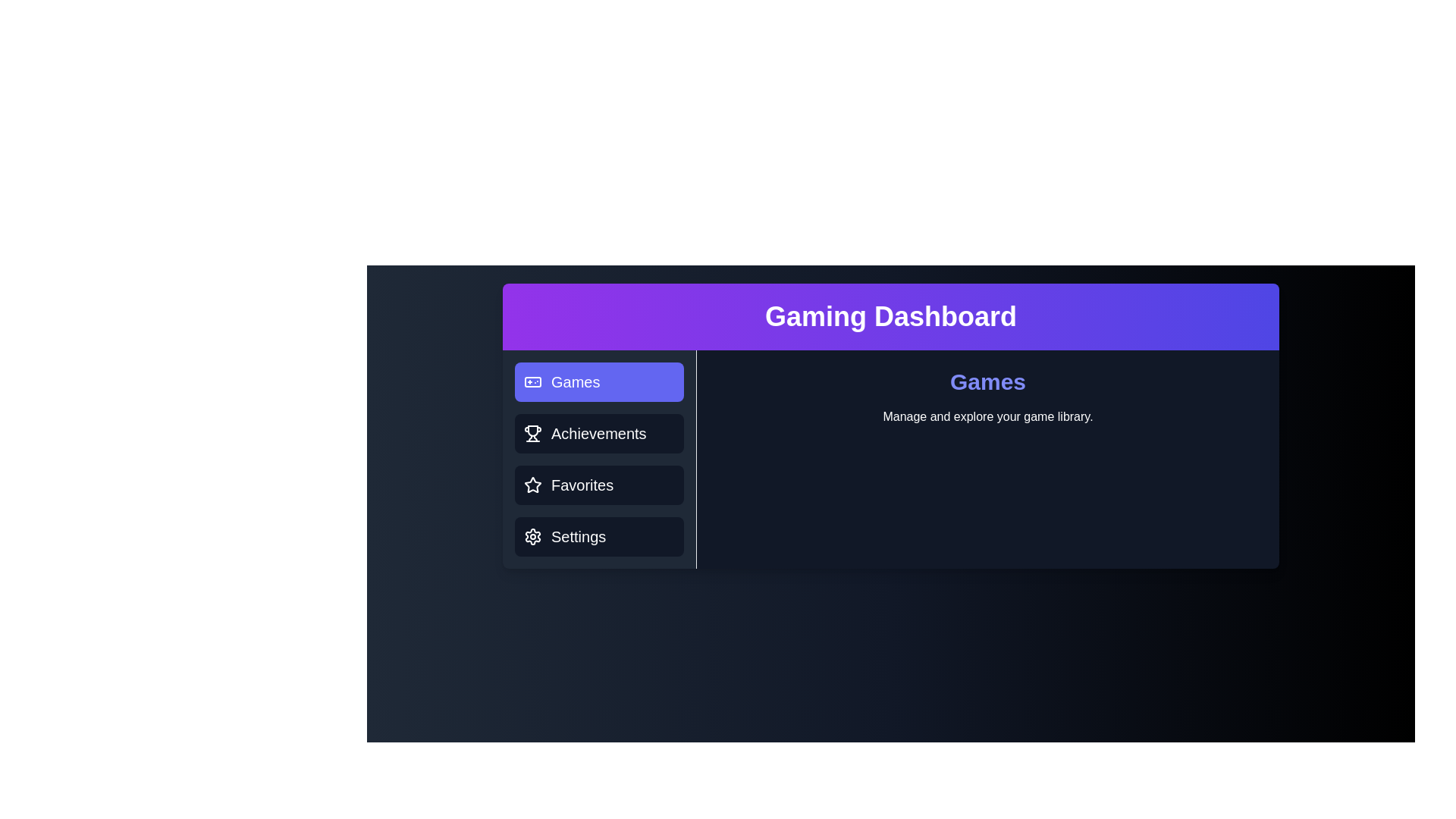 The image size is (1456, 819). What do you see at coordinates (598, 381) in the screenshot?
I see `the tab labeled Games to observe its hover effect` at bounding box center [598, 381].